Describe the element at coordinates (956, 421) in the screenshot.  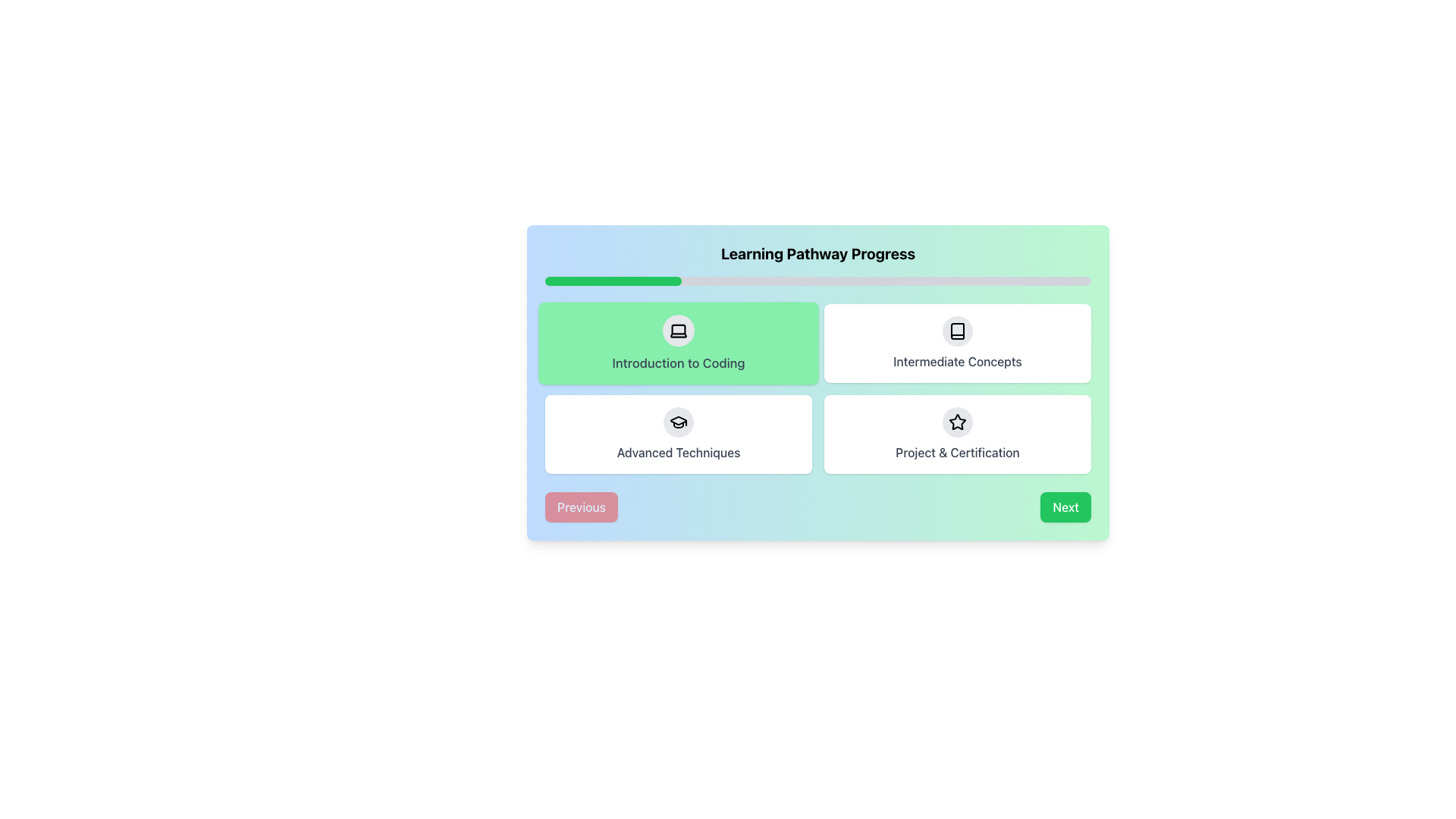
I see `the rating icon located in the upper-right quadrant of the 'Project & Certification' tile on the lower-right corner of the card grid layout` at that location.